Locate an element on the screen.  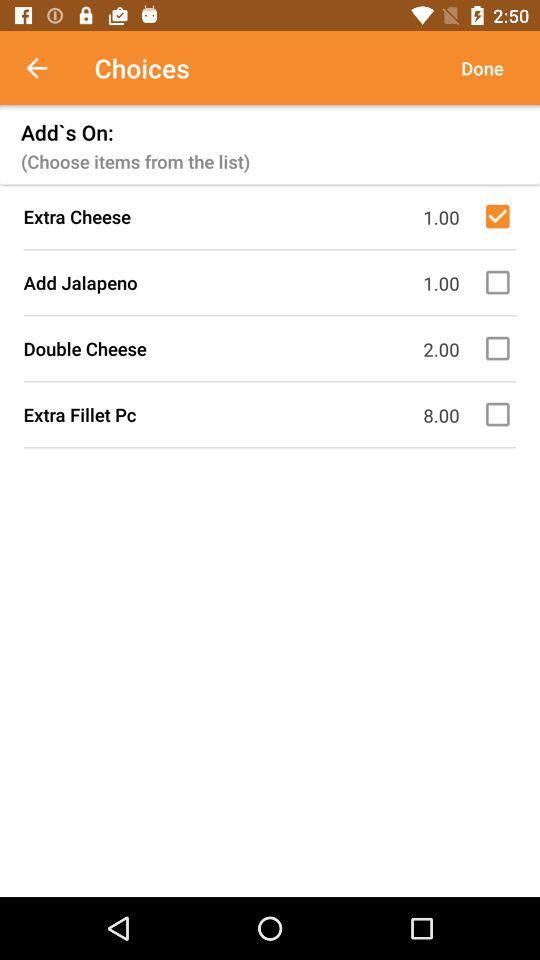
the done icon is located at coordinates (481, 68).